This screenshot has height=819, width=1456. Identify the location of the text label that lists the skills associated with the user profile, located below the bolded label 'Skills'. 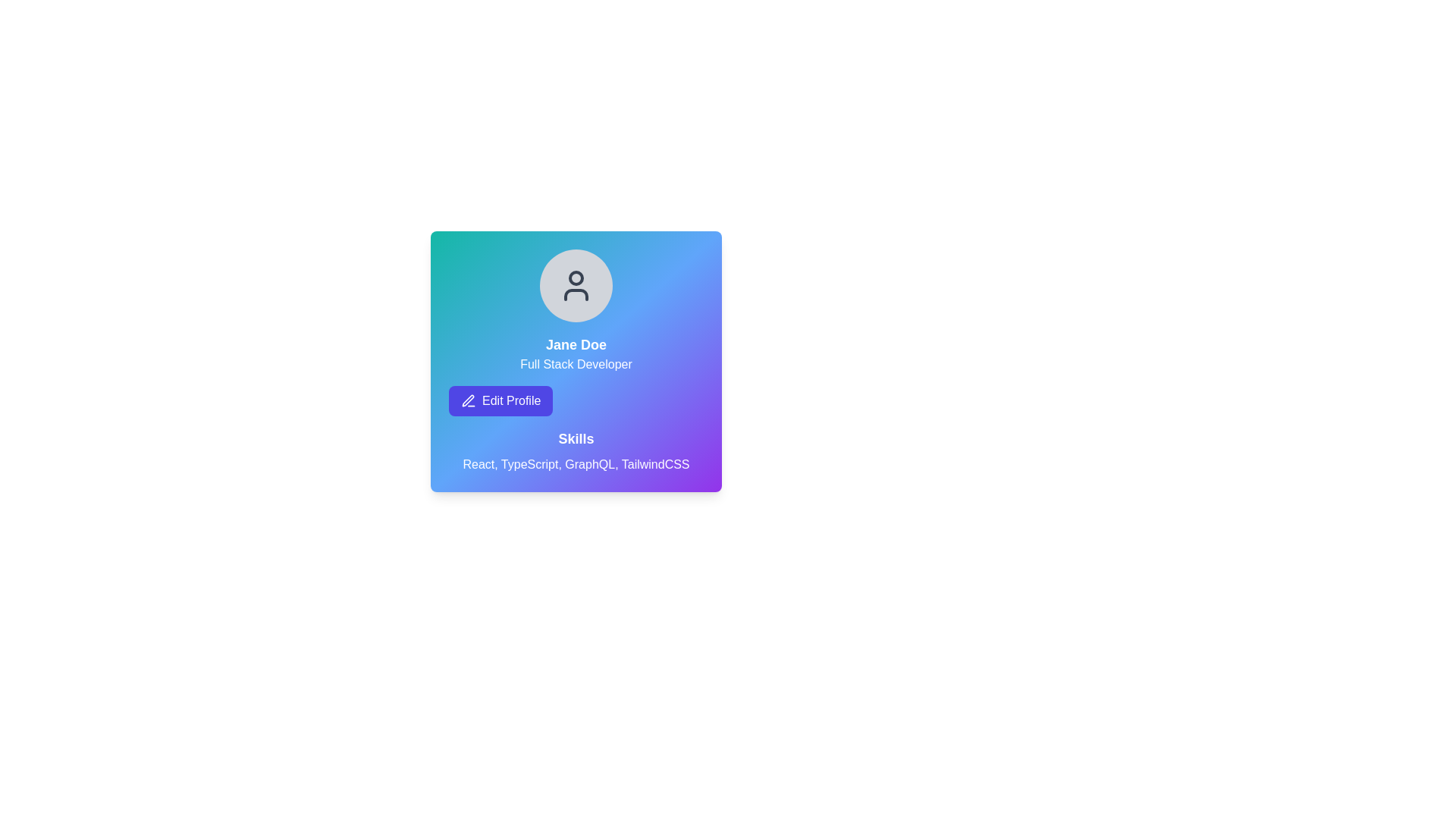
(575, 464).